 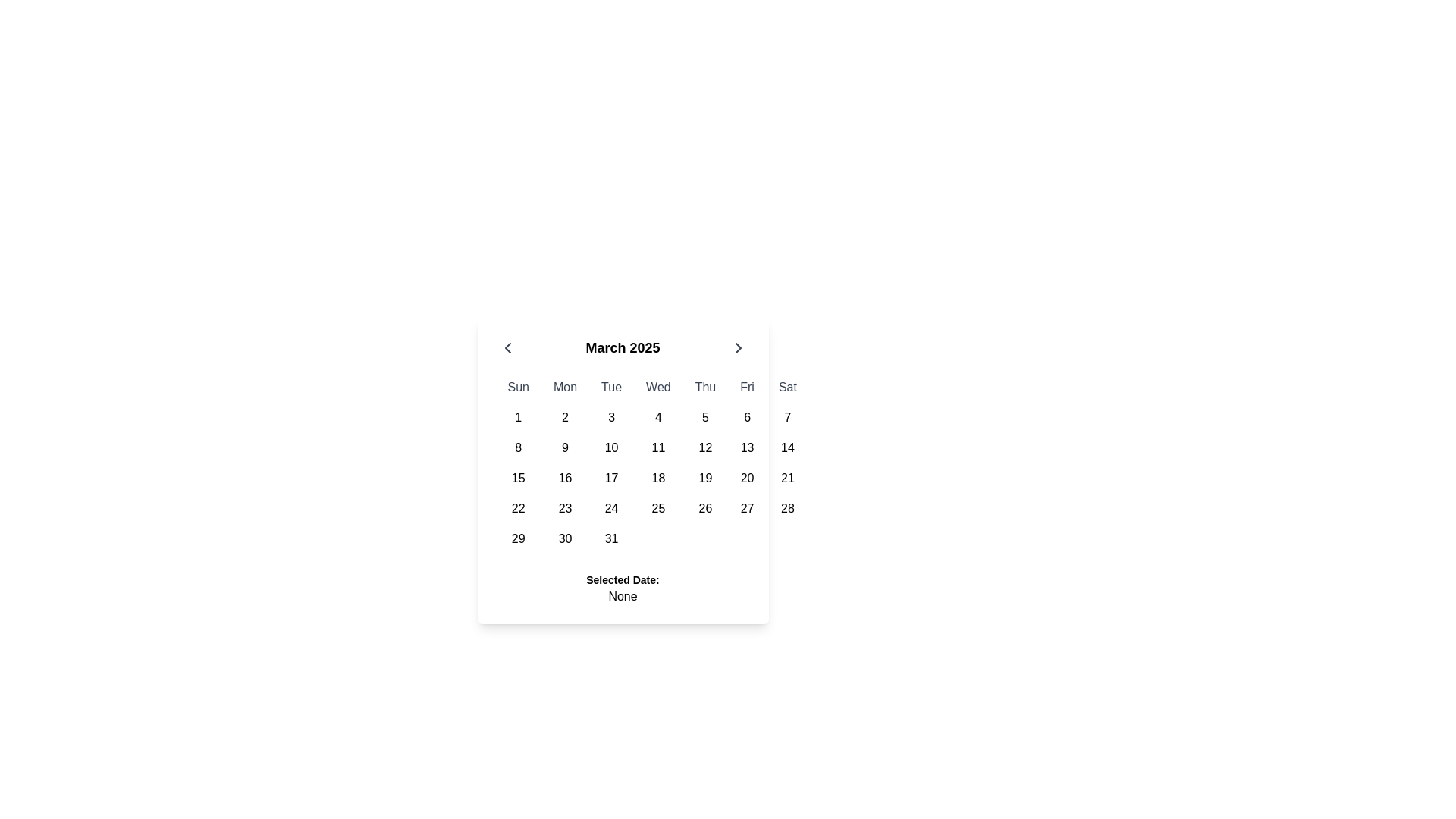 I want to click on the button-like element displaying the number '8' in the calendar, so click(x=518, y=447).